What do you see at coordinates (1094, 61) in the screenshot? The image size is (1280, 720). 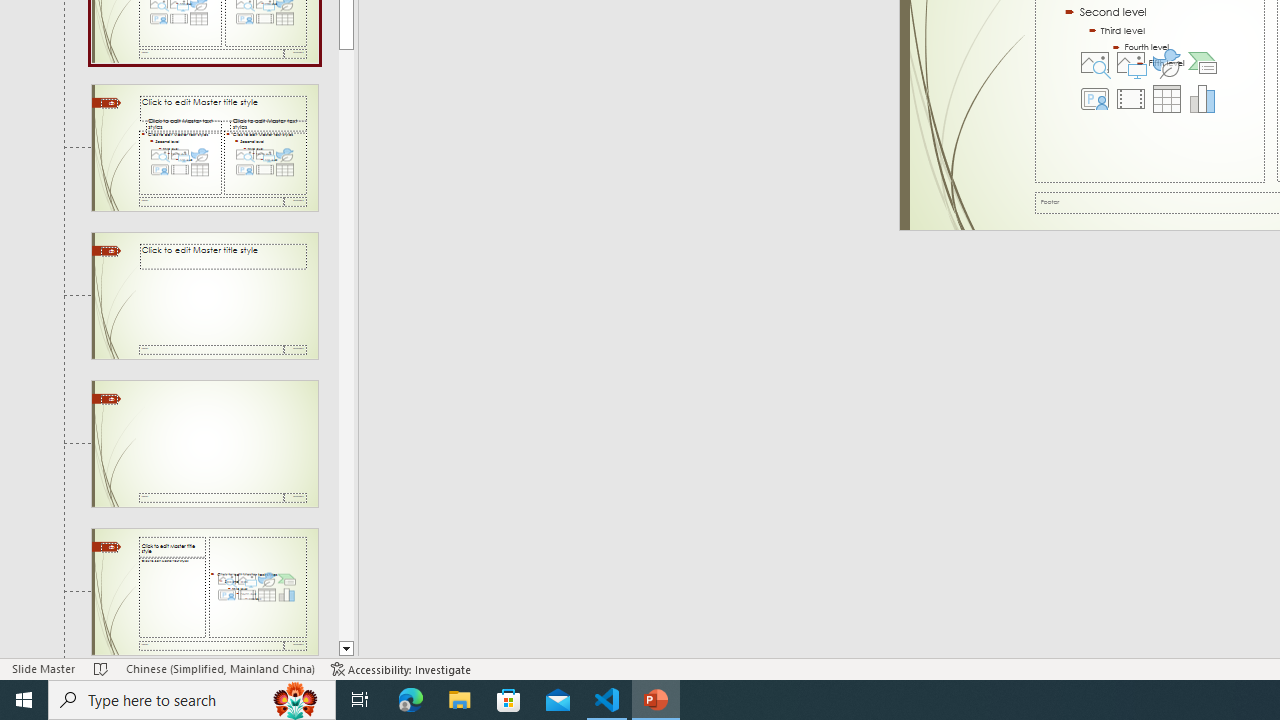 I see `'Stock Images'` at bounding box center [1094, 61].